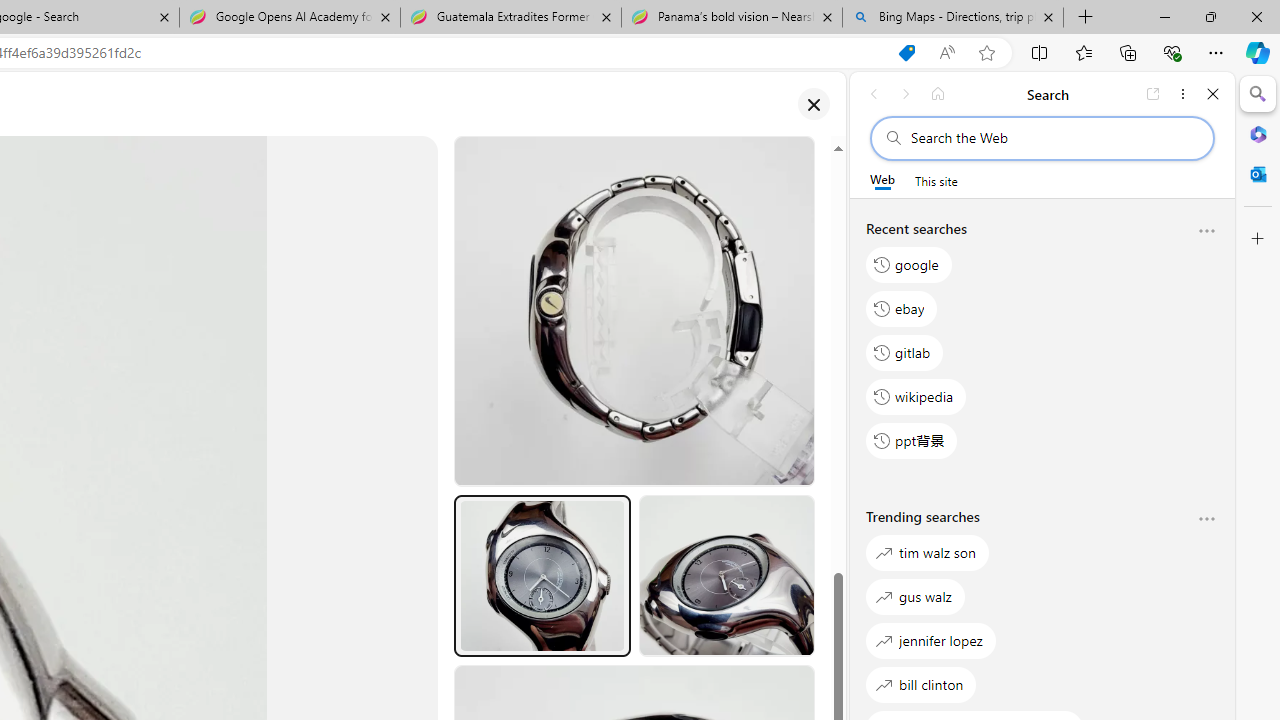 This screenshot has height=720, width=1280. What do you see at coordinates (905, 52) in the screenshot?
I see `'You have the best price! Shopping in Microsoft Edge'` at bounding box center [905, 52].